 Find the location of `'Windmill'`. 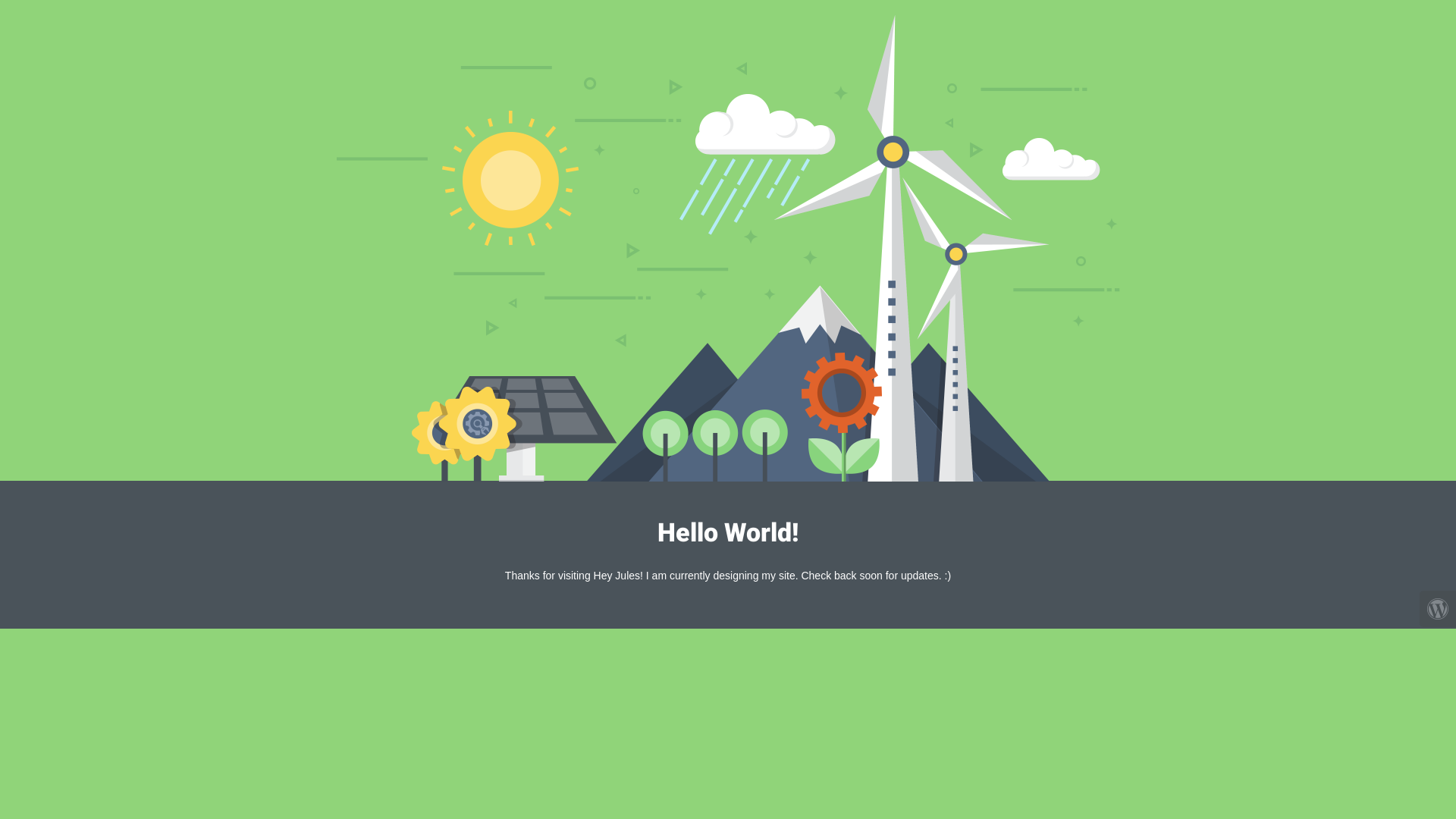

'Windmill' is located at coordinates (728, 247).